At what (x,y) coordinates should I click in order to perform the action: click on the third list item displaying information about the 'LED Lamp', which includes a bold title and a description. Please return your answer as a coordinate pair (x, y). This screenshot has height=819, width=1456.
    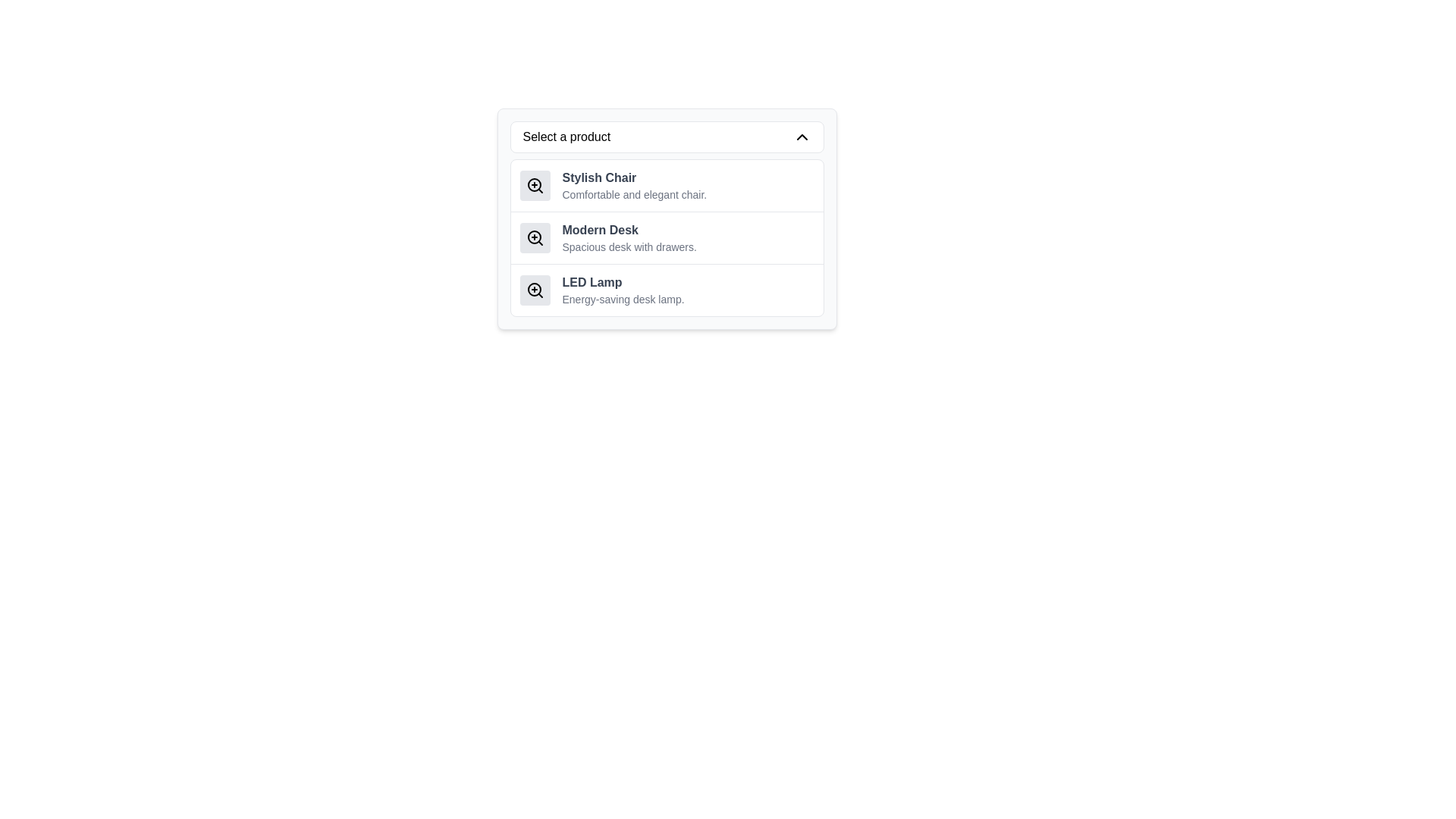
    Looking at the image, I should click on (667, 290).